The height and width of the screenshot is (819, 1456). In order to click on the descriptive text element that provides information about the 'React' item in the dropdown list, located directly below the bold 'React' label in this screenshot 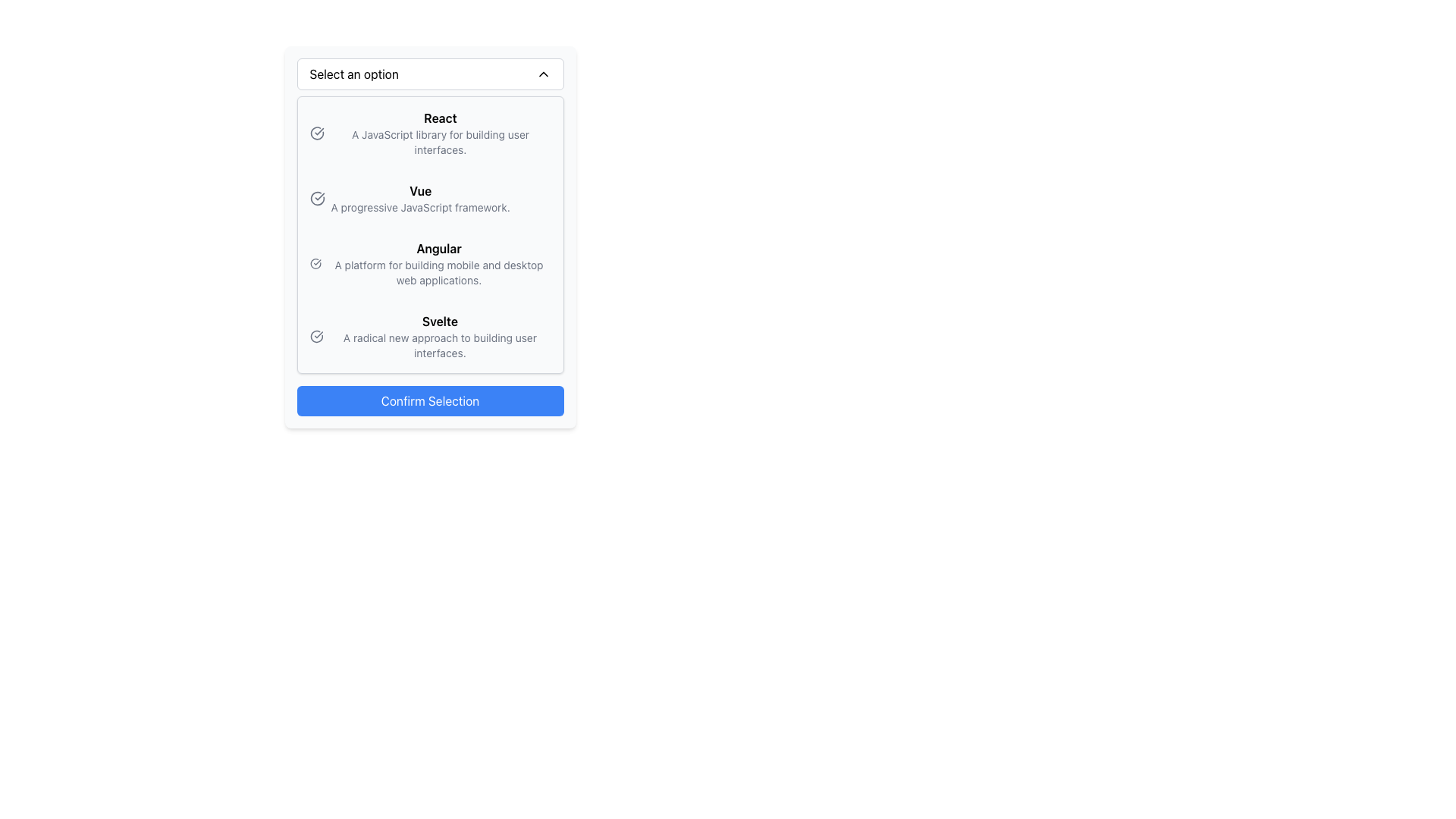, I will do `click(439, 143)`.